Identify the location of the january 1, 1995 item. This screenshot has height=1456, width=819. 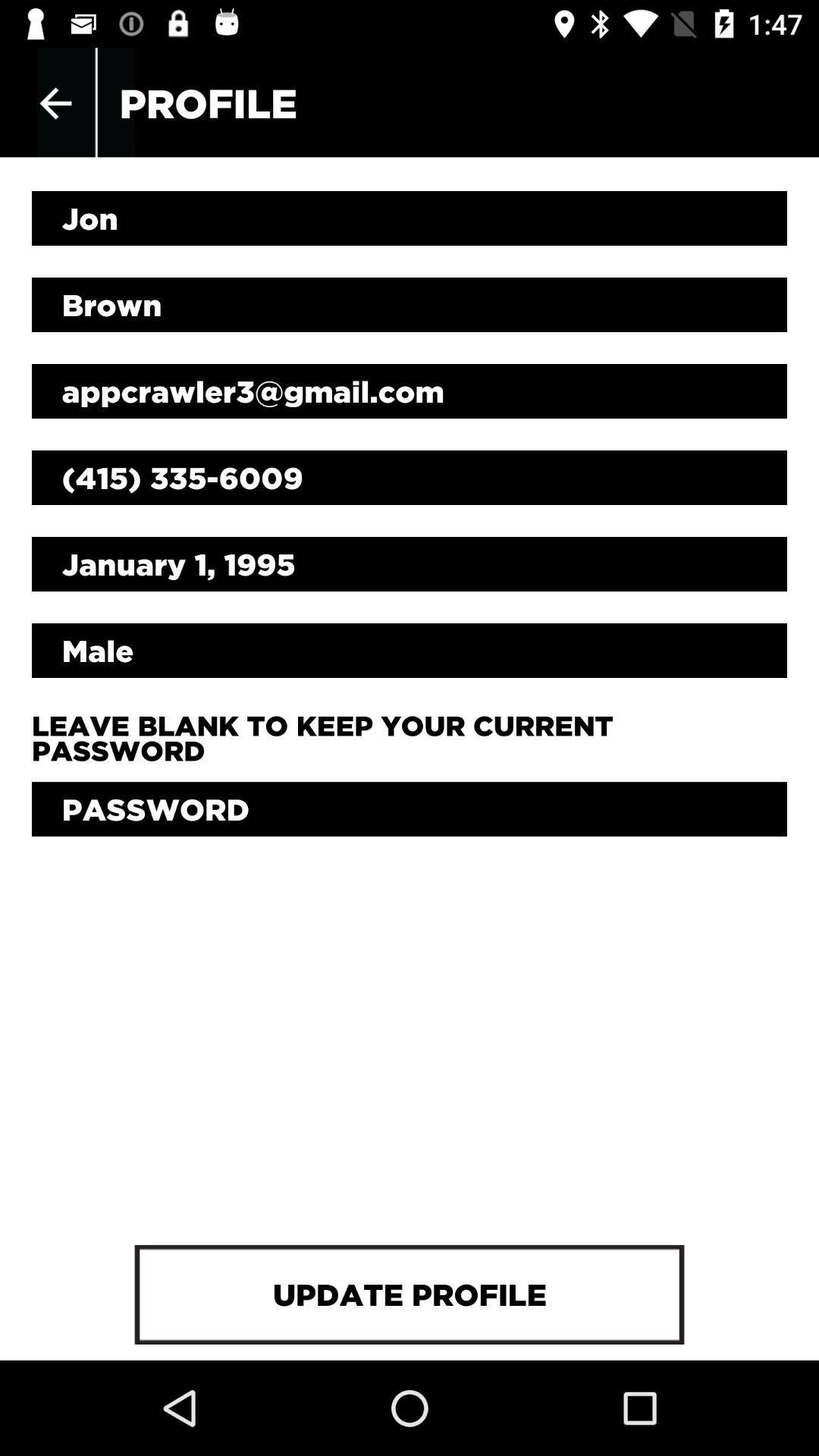
(409, 563).